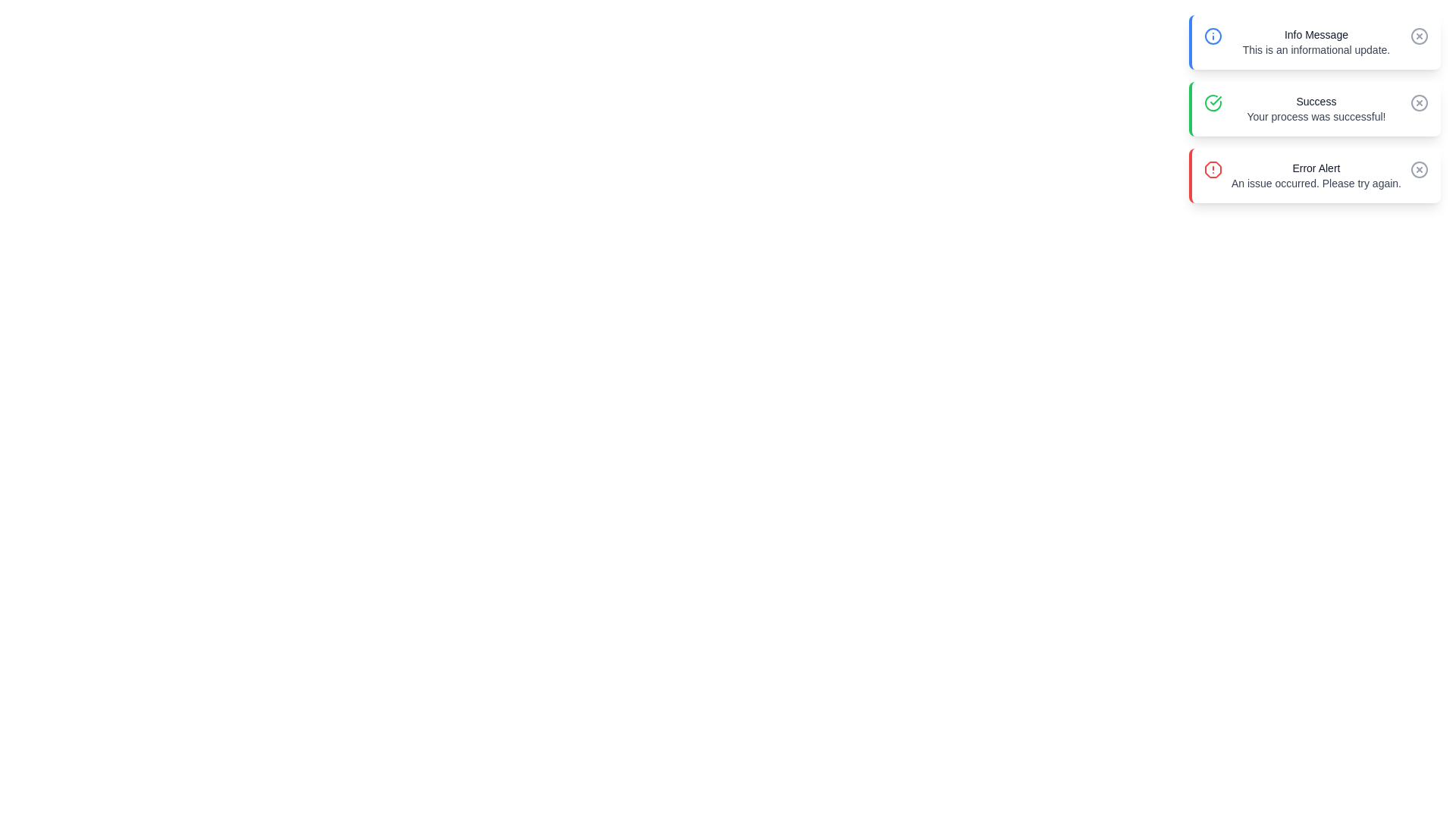  Describe the element at coordinates (1419, 35) in the screenshot. I see `the circular dismiss button with a thin gray border and a white cross mark, located in the top-right corner of the 'Info Message' notification card` at that location.